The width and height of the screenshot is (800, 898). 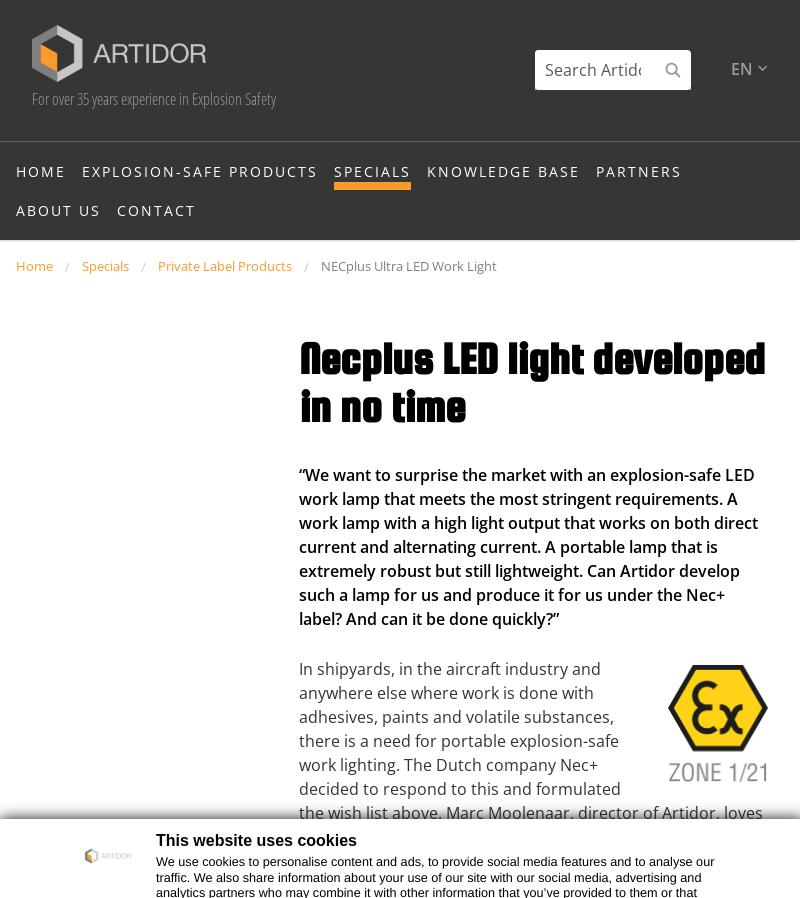 I want to click on 'en', so click(x=741, y=87).